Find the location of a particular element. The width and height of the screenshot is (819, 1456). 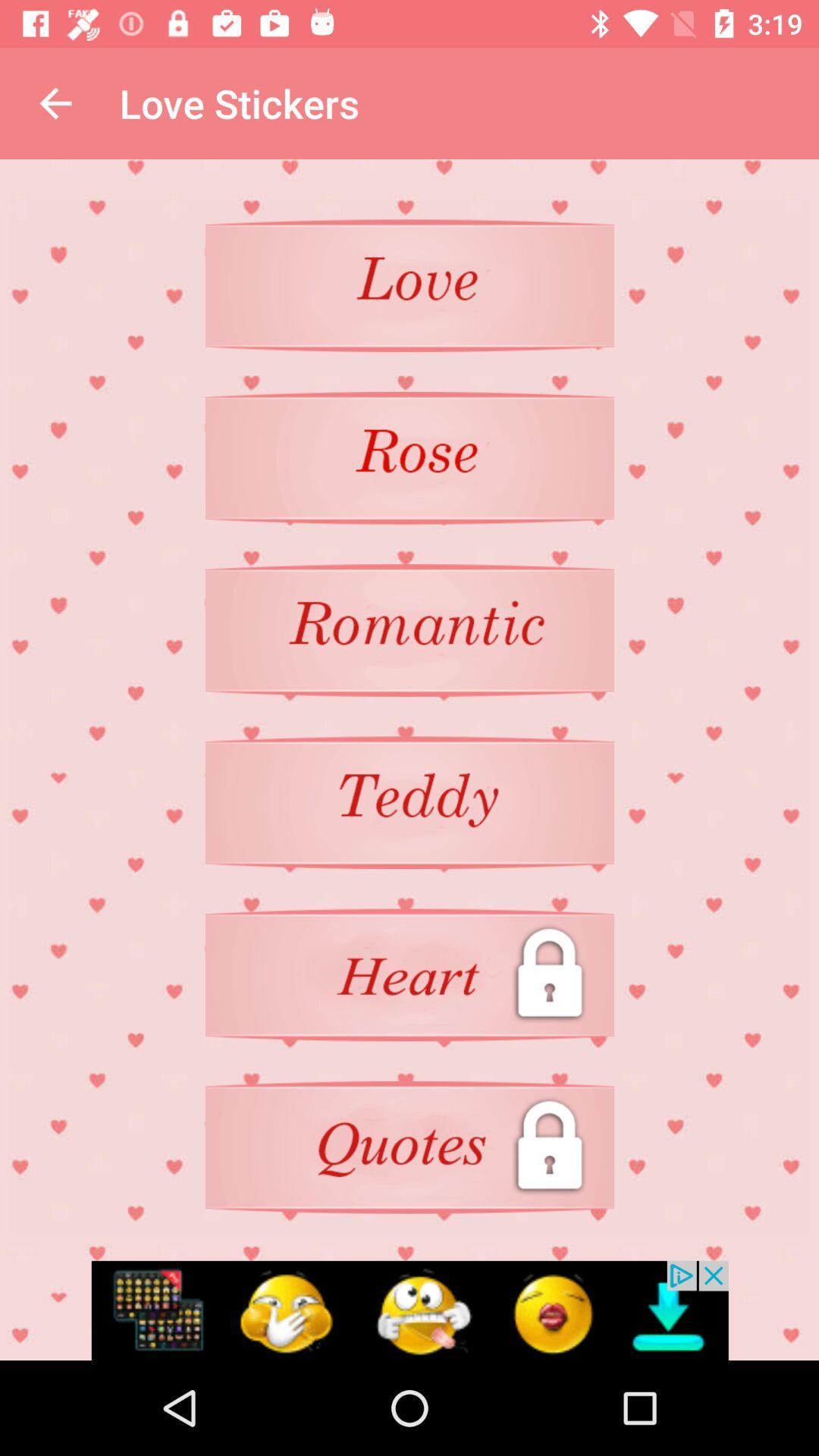

the romantic option is located at coordinates (409, 630).